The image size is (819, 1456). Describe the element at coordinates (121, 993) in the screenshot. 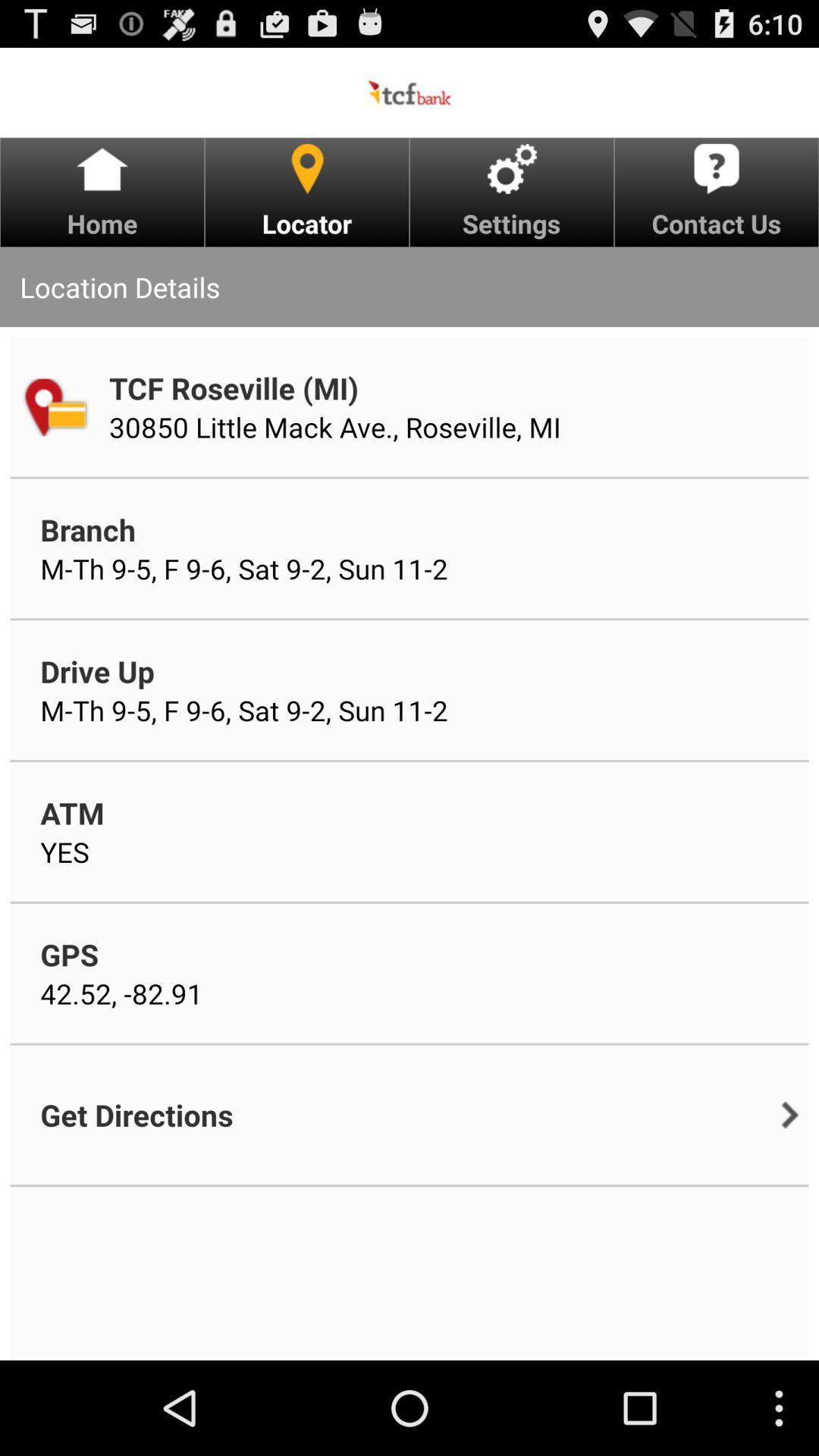

I see `42 52 82 item` at that location.